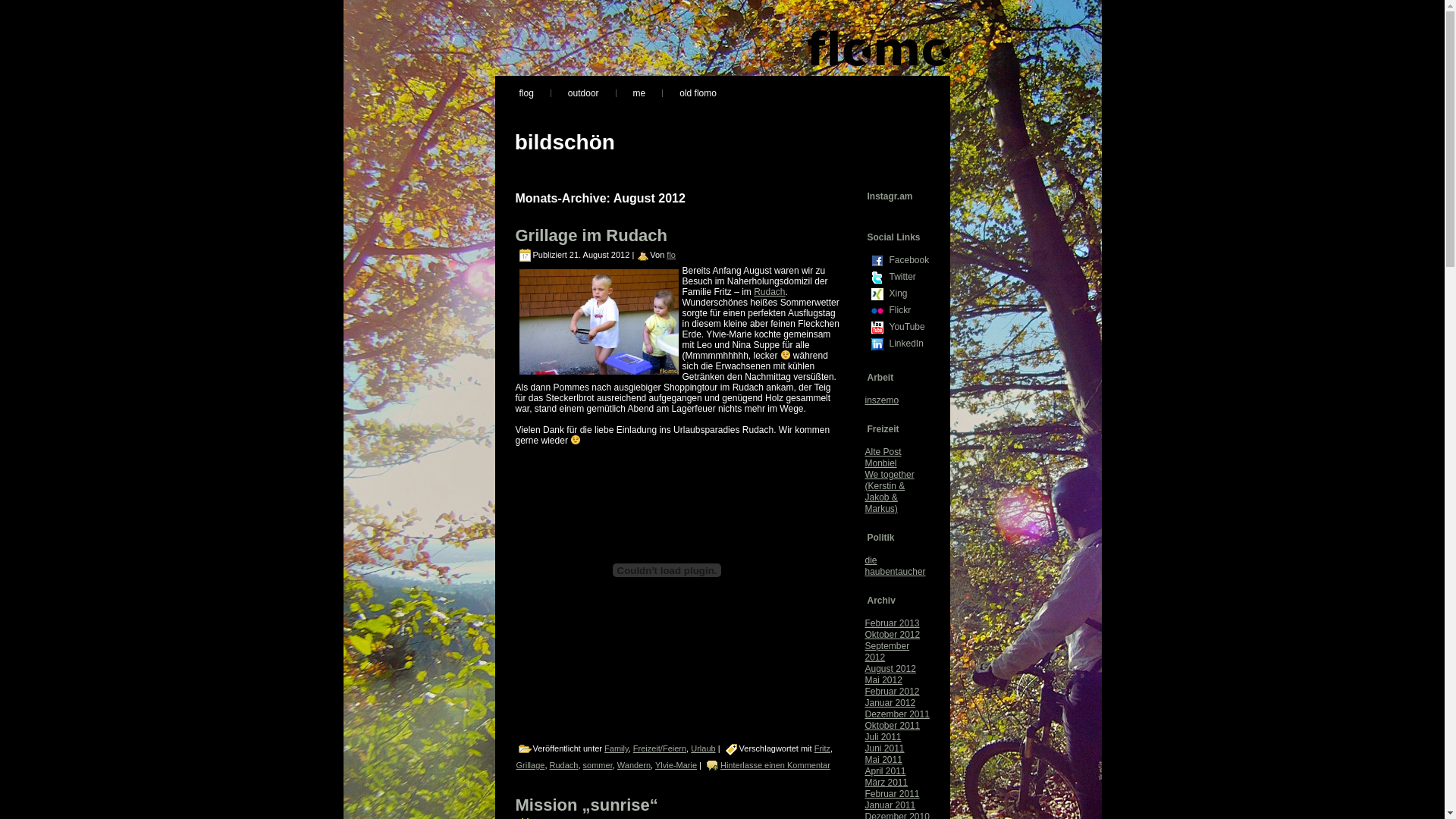 The image size is (1456, 819). I want to click on 'We together (Kerstin & Jakob & Markus)', so click(864, 491).